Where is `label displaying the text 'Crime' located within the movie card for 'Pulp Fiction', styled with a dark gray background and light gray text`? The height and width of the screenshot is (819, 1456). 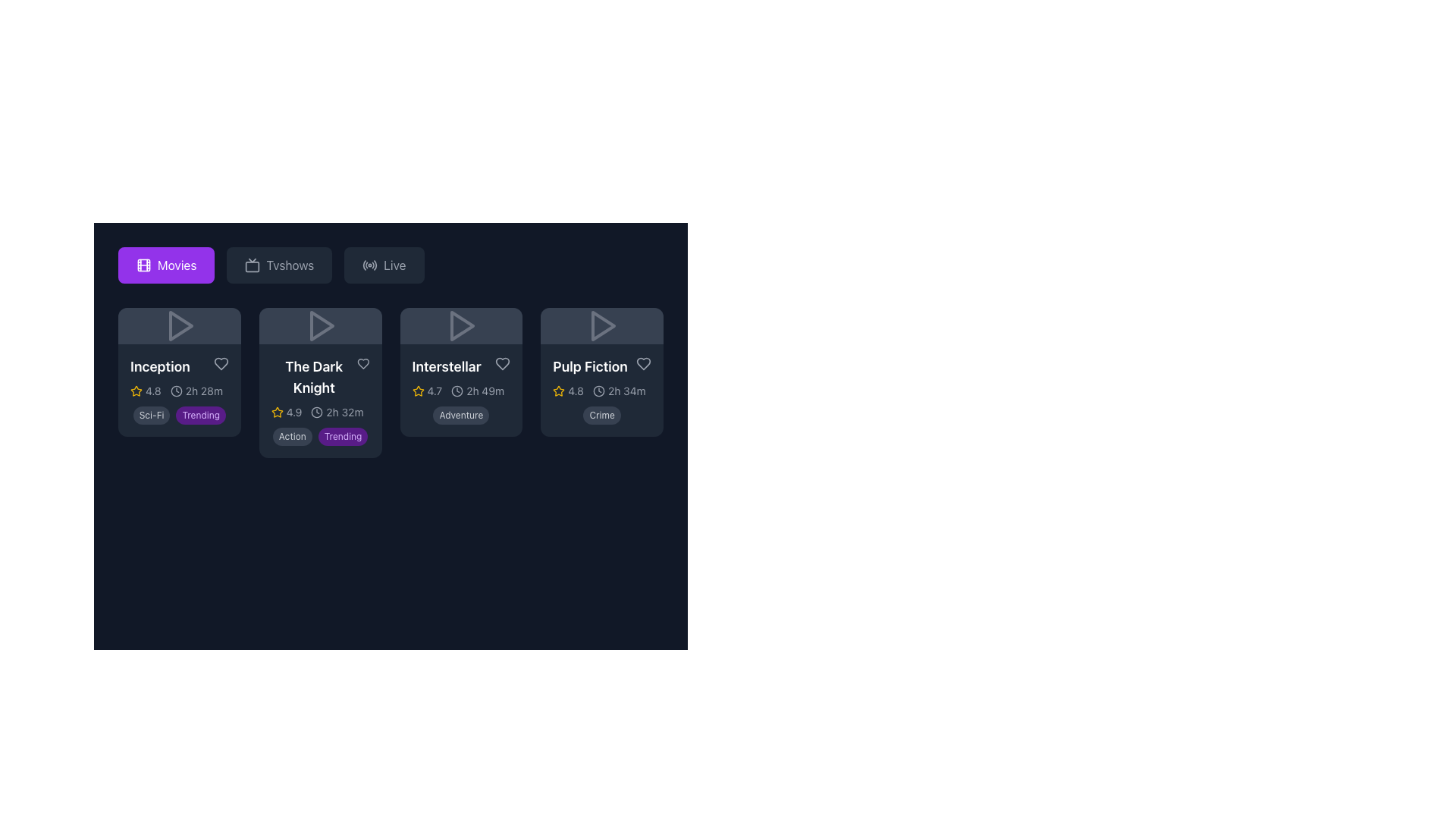 label displaying the text 'Crime' located within the movie card for 'Pulp Fiction', styled with a dark gray background and light gray text is located at coordinates (601, 415).